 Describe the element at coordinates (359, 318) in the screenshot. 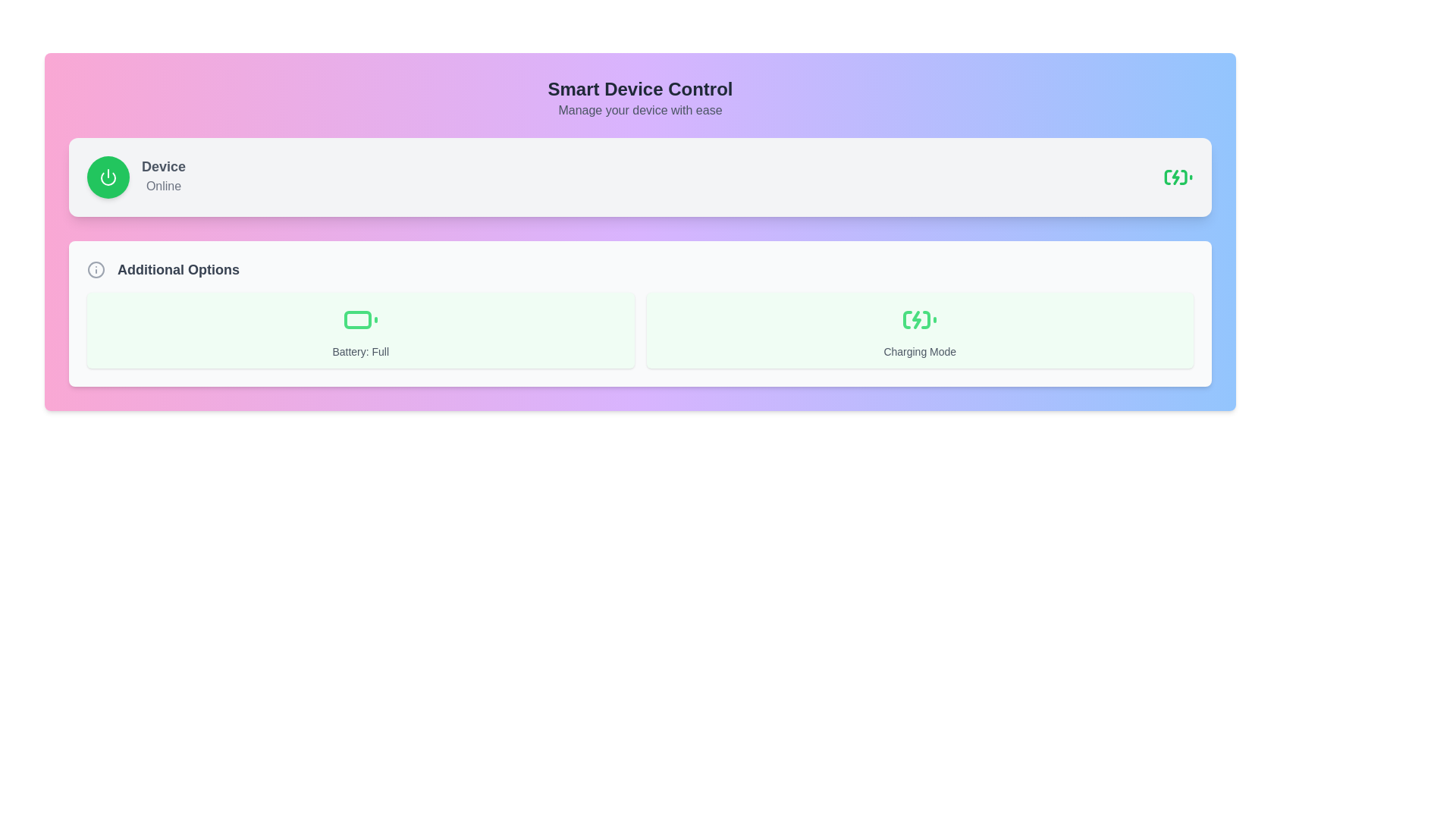

I see `the SVG battery outline icon with a vibrant green stroke, located within the 'Battery: Full' card in the 'Additional Options' section` at that location.